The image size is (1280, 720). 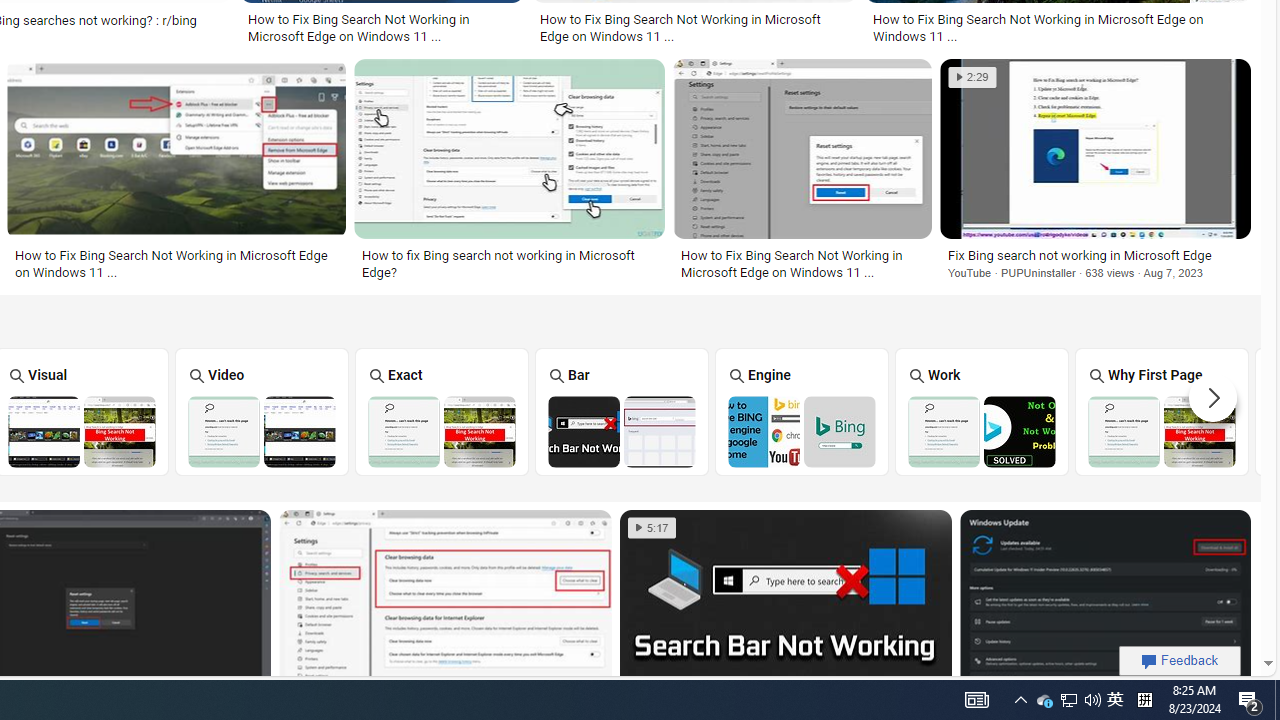 I want to click on 'Bing Exact Search Not Working', so click(x=440, y=430).